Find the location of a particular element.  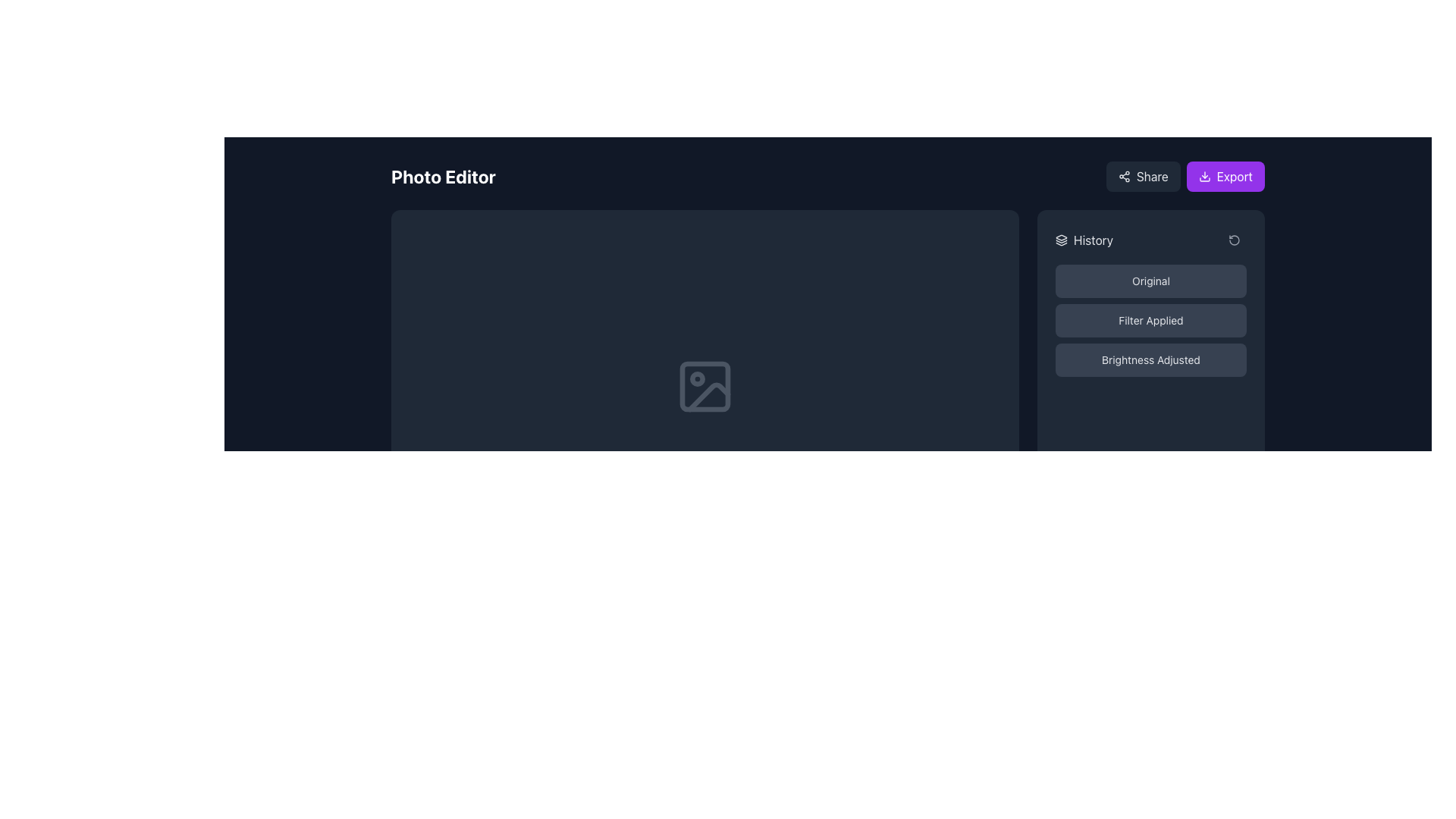

the 'Original' button, which is a rectangular button with rounded corners, dark gray background, and white text, located at the top of a group of buttons in the right sidebar is located at coordinates (1150, 281).